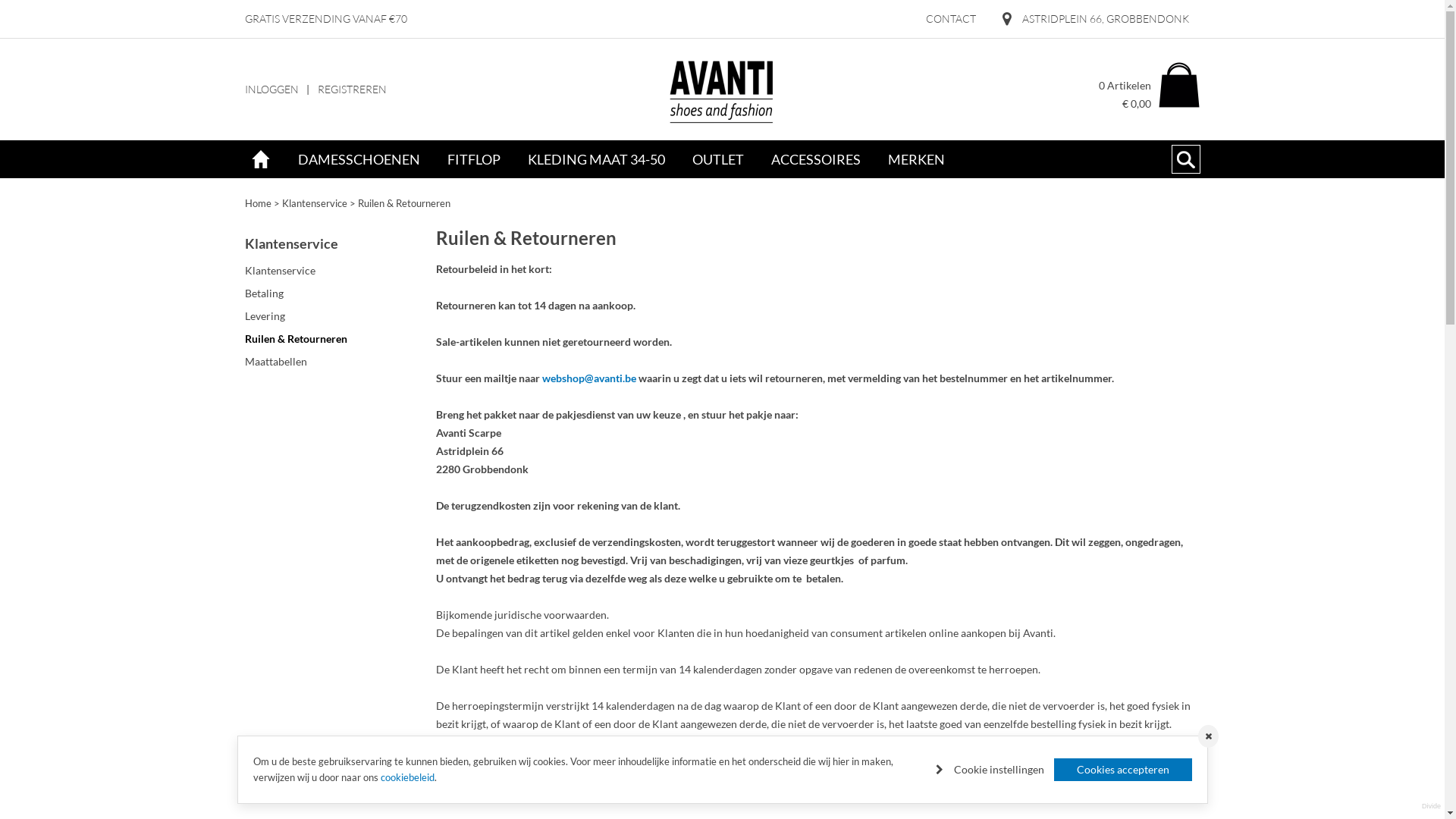 The width and height of the screenshot is (1456, 819). Describe the element at coordinates (676, 159) in the screenshot. I see `'OUTLET'` at that location.